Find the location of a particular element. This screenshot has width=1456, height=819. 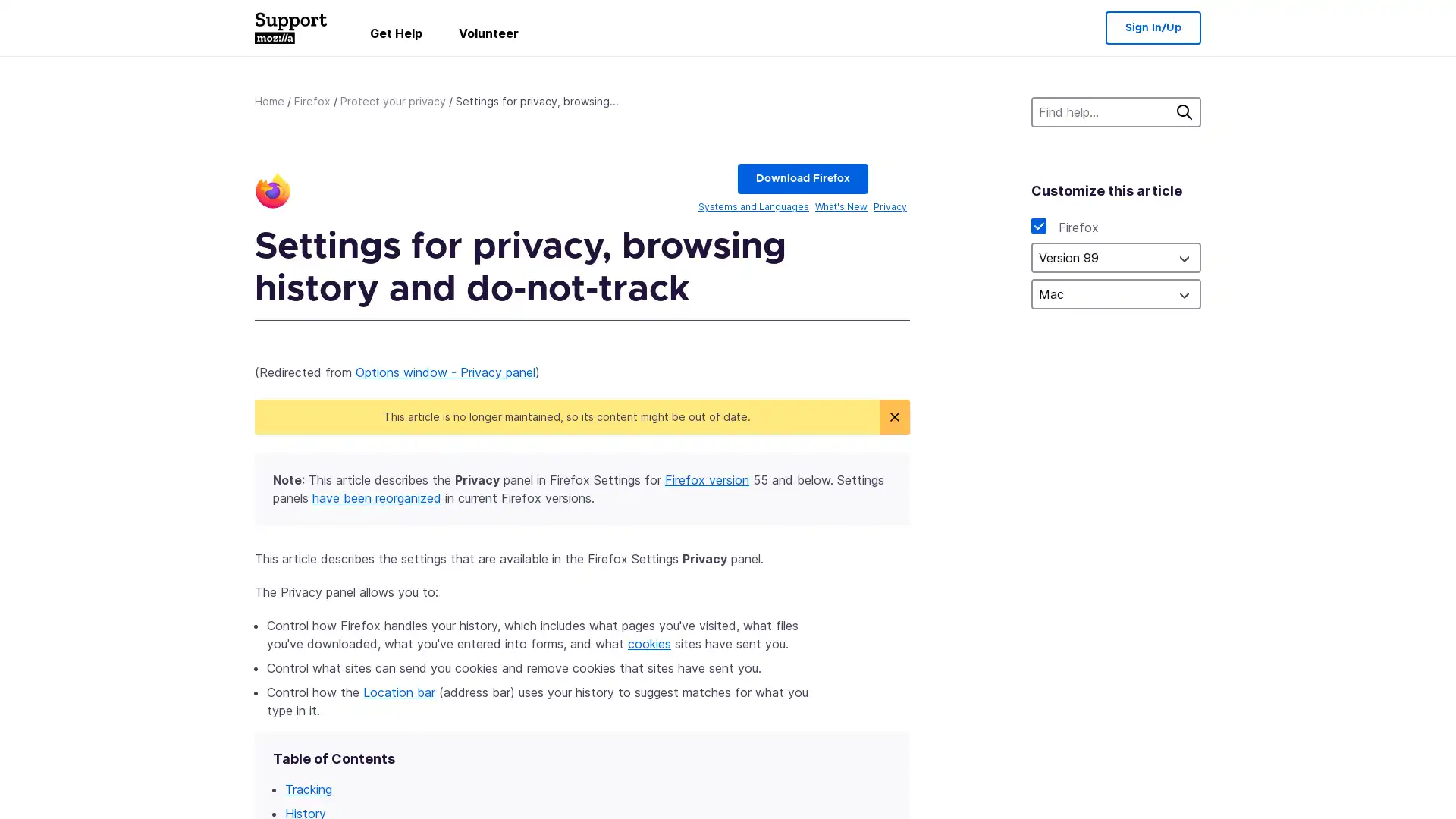

Search is located at coordinates (1183, 111).